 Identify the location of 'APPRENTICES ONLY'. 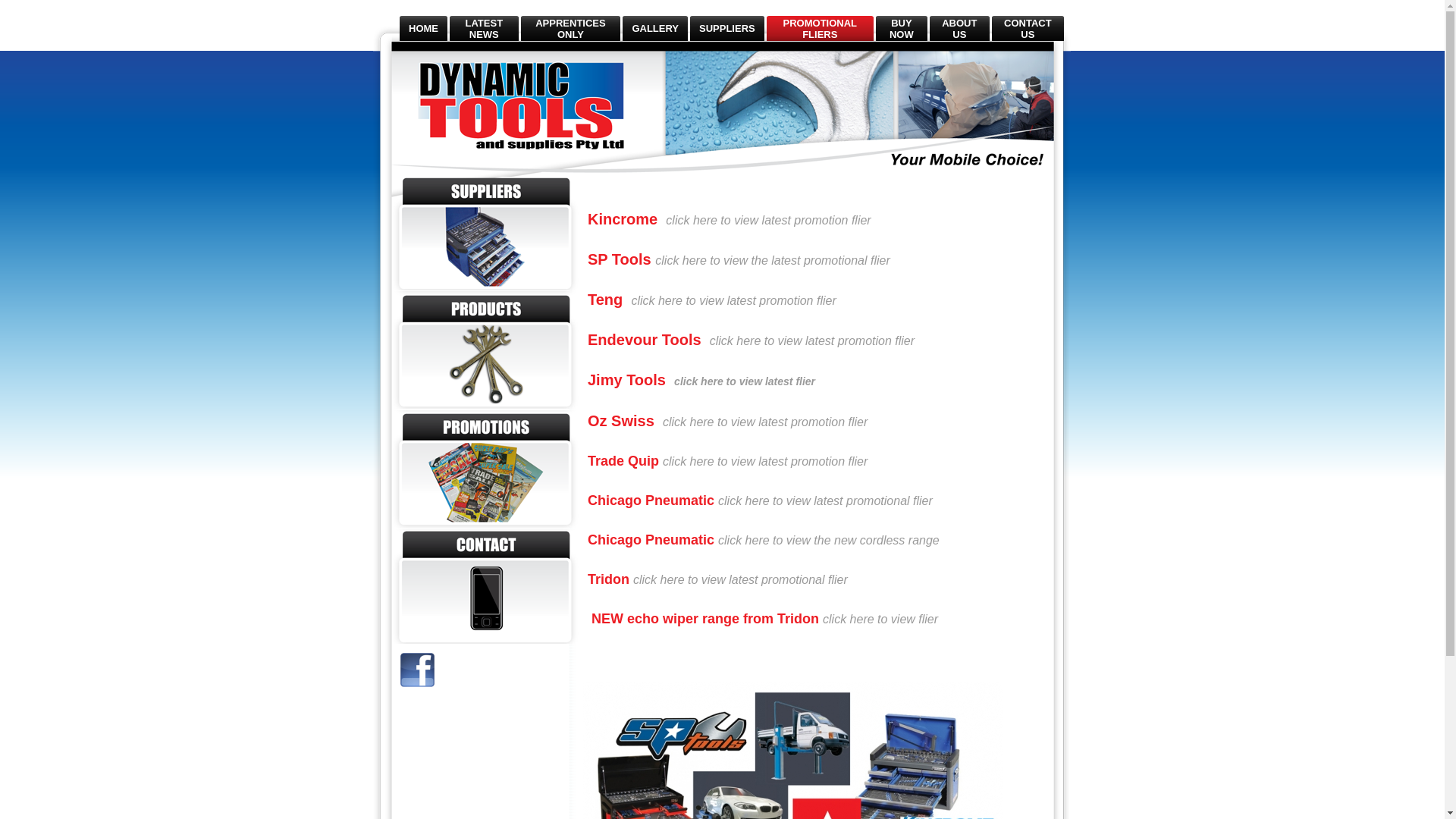
(570, 28).